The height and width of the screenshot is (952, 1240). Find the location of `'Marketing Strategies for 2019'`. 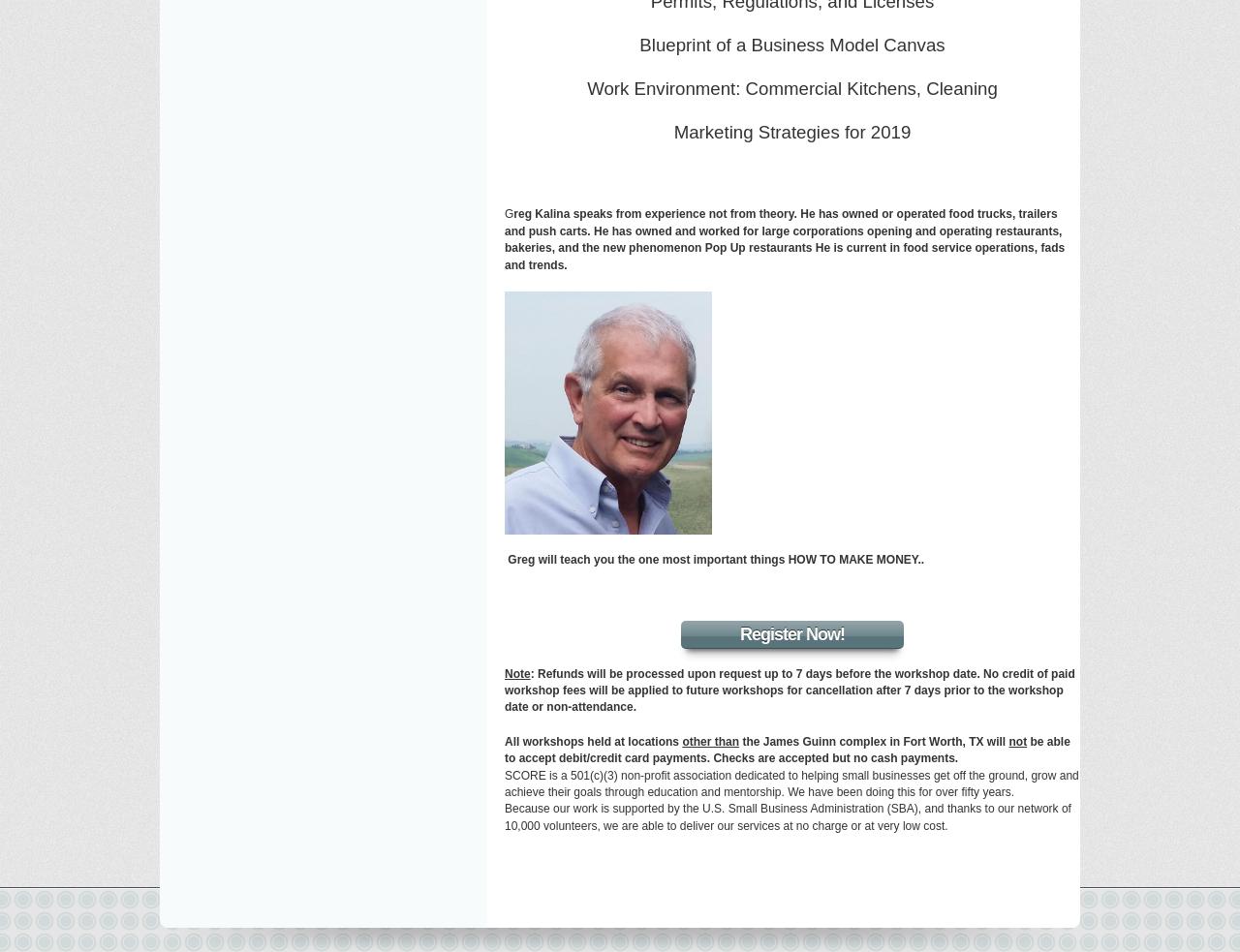

'Marketing Strategies for 2019' is located at coordinates (791, 131).